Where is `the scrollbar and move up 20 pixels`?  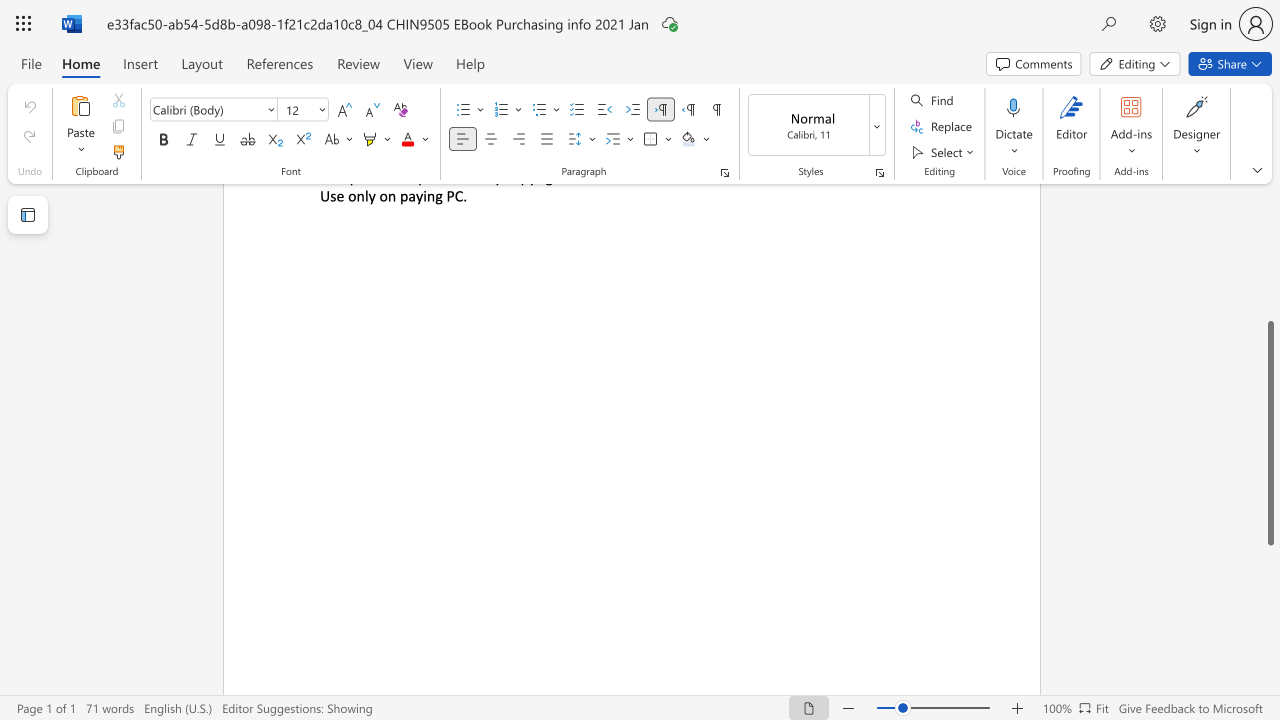 the scrollbar and move up 20 pixels is located at coordinates (1269, 432).